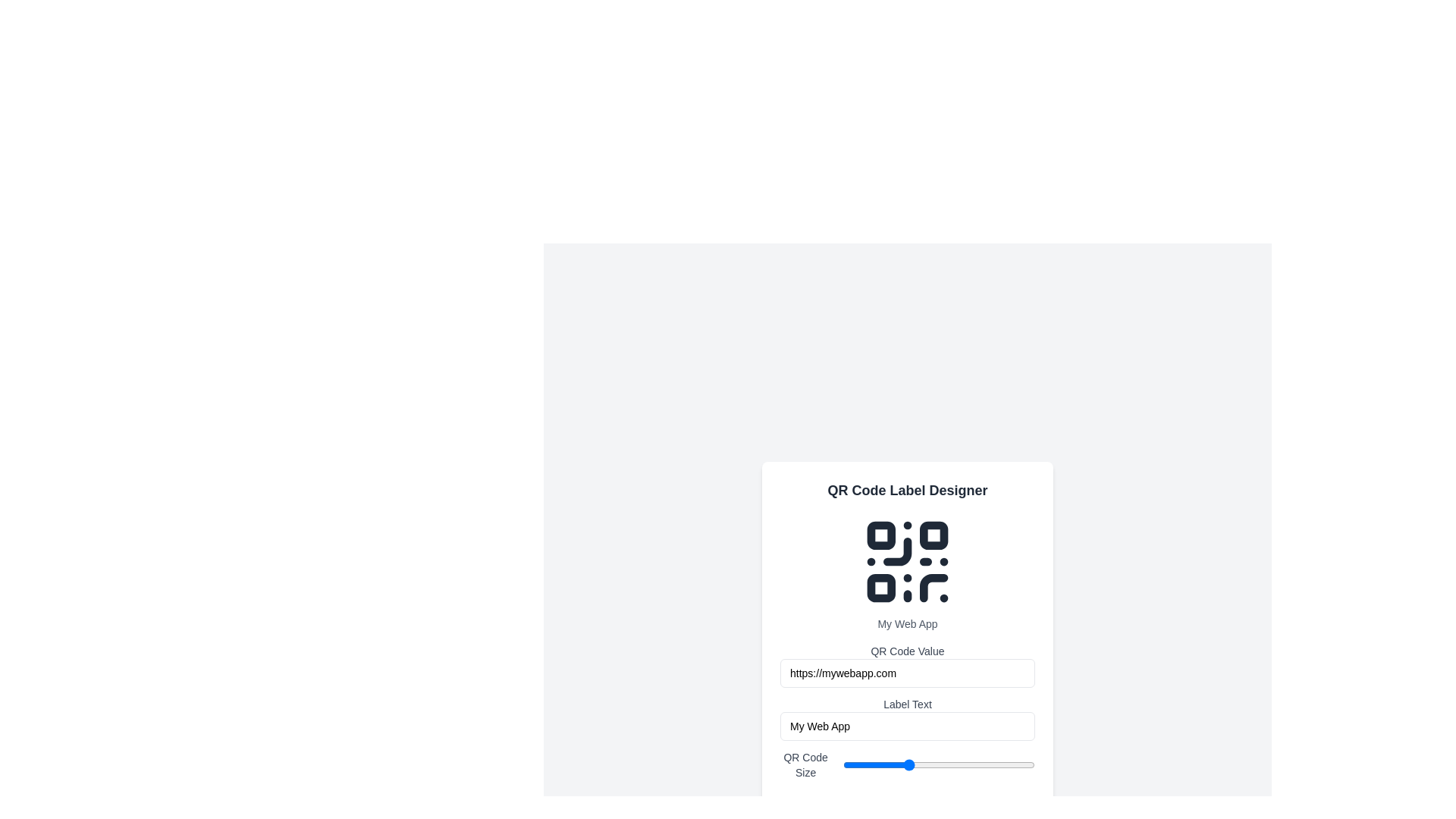 This screenshot has height=819, width=1456. I want to click on the QR Code Size, so click(873, 765).